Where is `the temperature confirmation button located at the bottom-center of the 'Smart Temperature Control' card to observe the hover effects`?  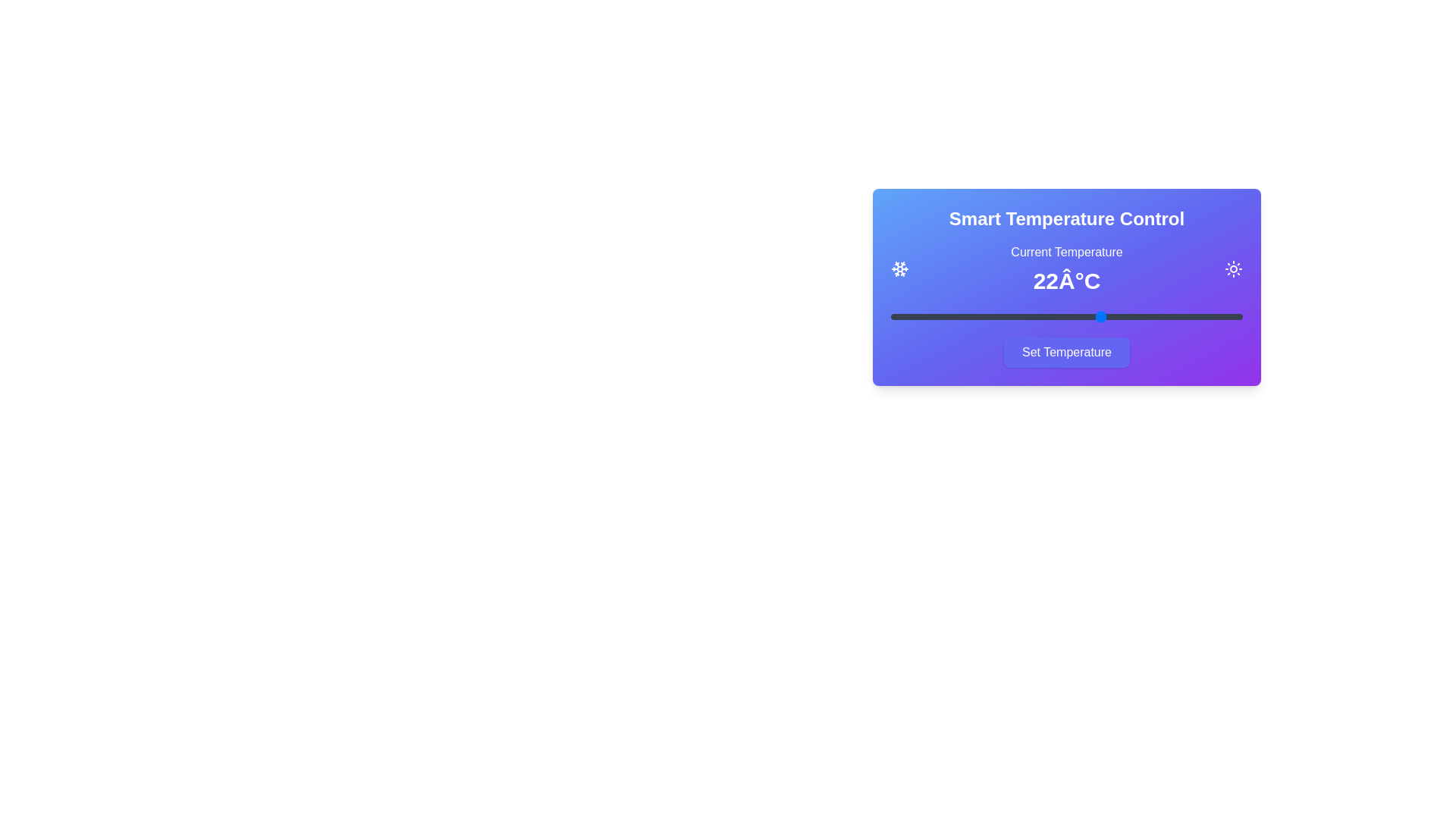
the temperature confirmation button located at the bottom-center of the 'Smart Temperature Control' card to observe the hover effects is located at coordinates (1065, 353).